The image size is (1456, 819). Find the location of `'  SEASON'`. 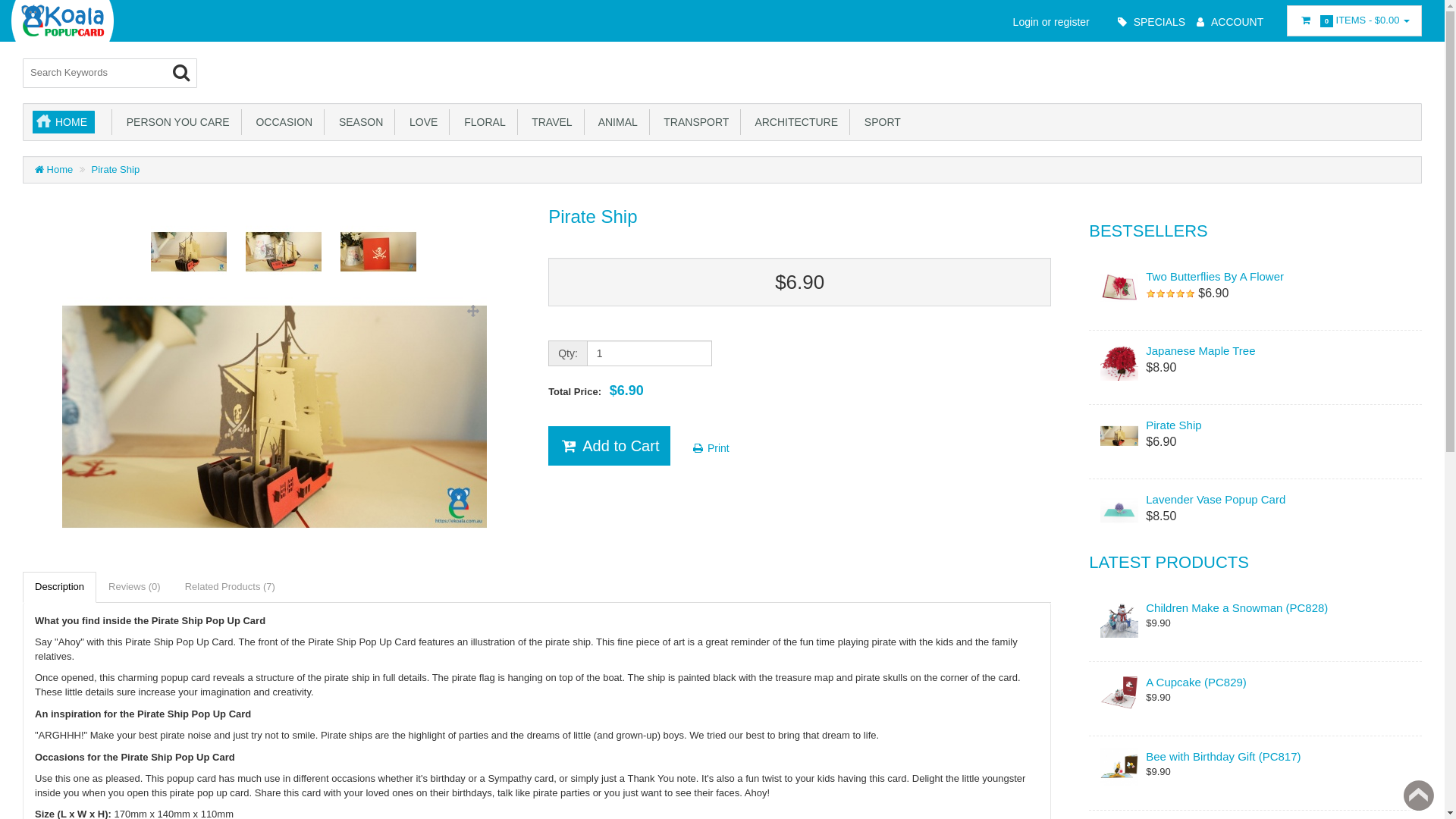

'  SEASON' is located at coordinates (359, 121).